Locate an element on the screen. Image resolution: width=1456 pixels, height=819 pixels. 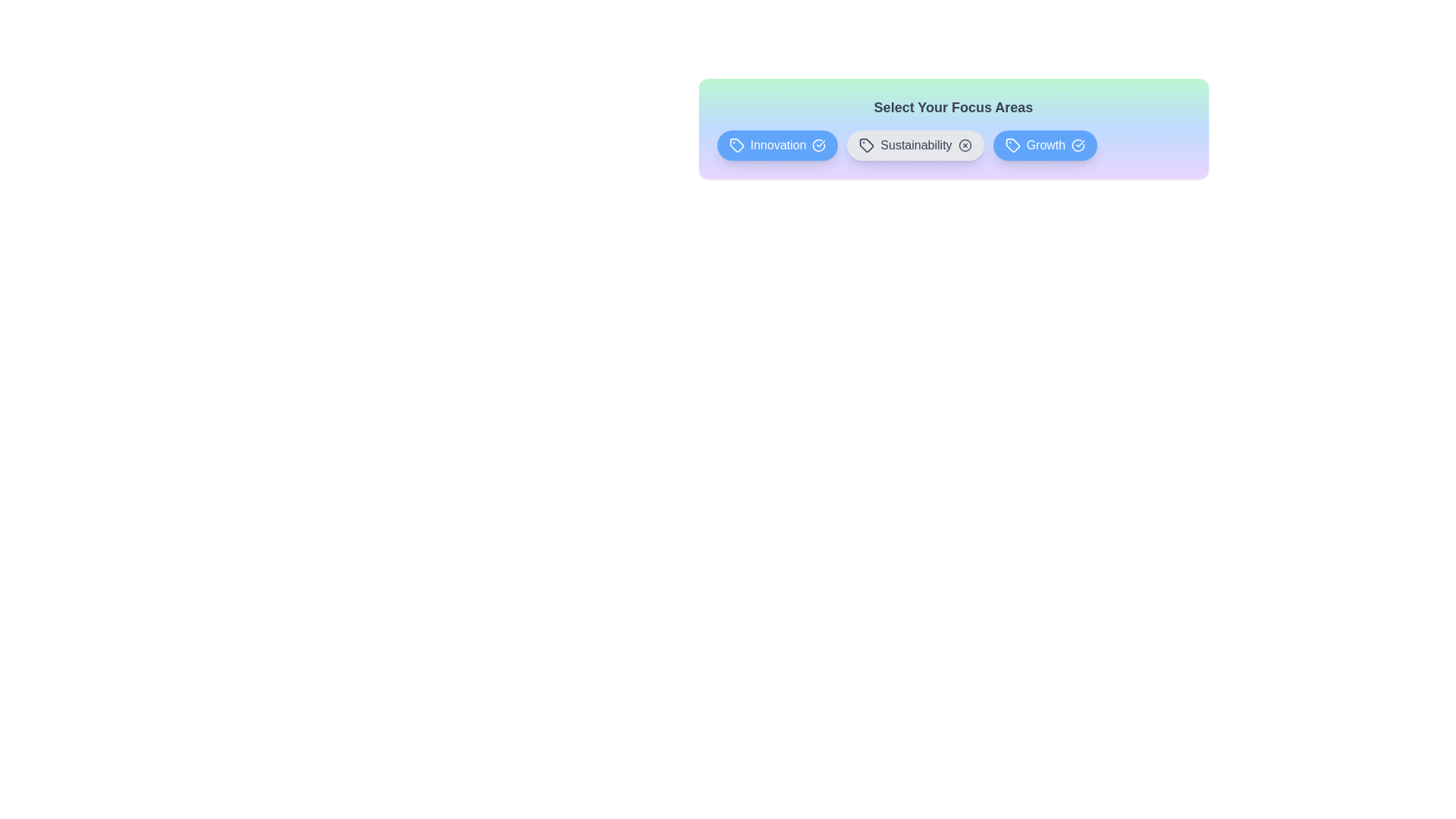
the tag Sustainability is located at coordinates (915, 146).